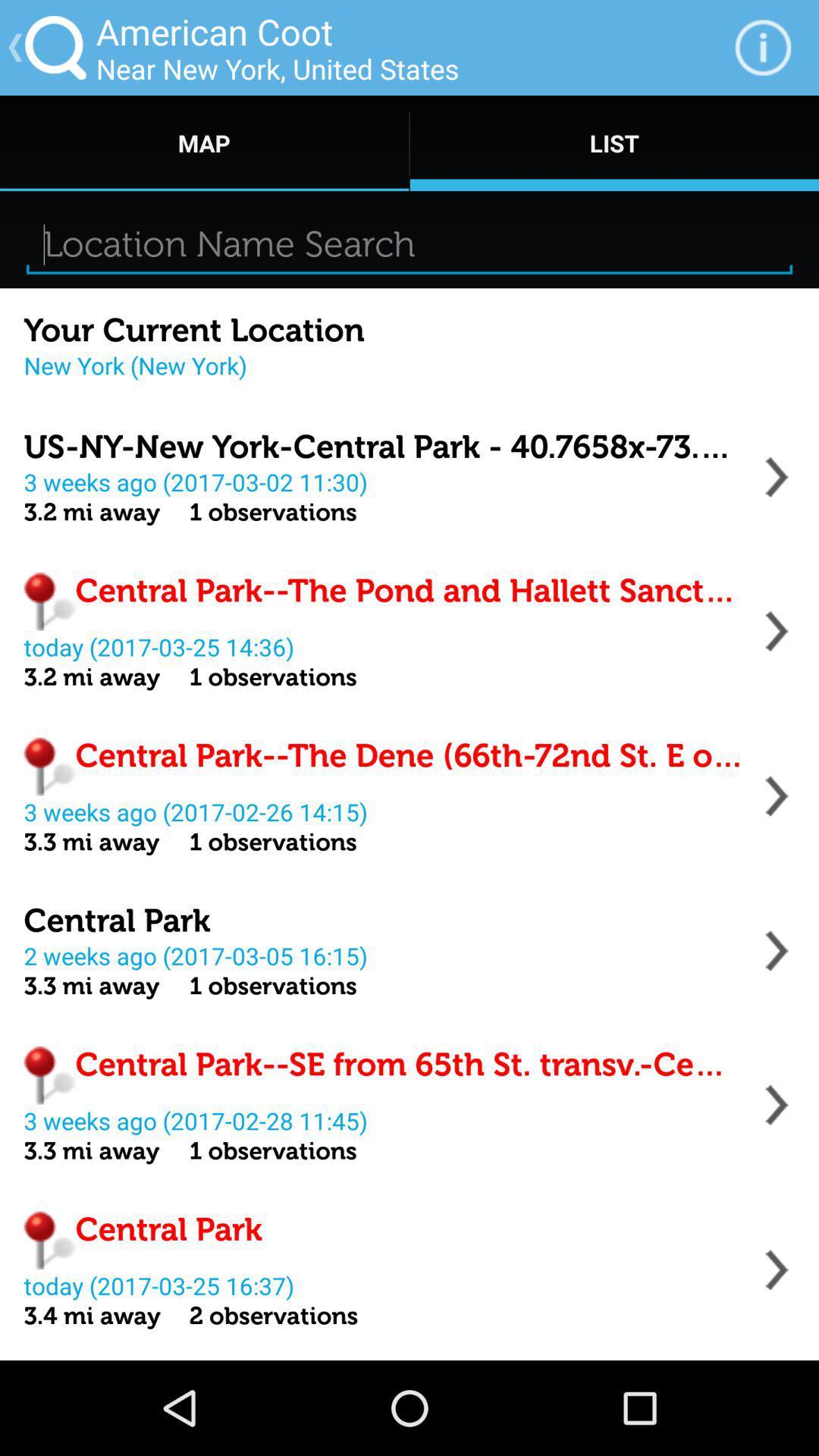  Describe the element at coordinates (777, 795) in the screenshot. I see `open article` at that location.